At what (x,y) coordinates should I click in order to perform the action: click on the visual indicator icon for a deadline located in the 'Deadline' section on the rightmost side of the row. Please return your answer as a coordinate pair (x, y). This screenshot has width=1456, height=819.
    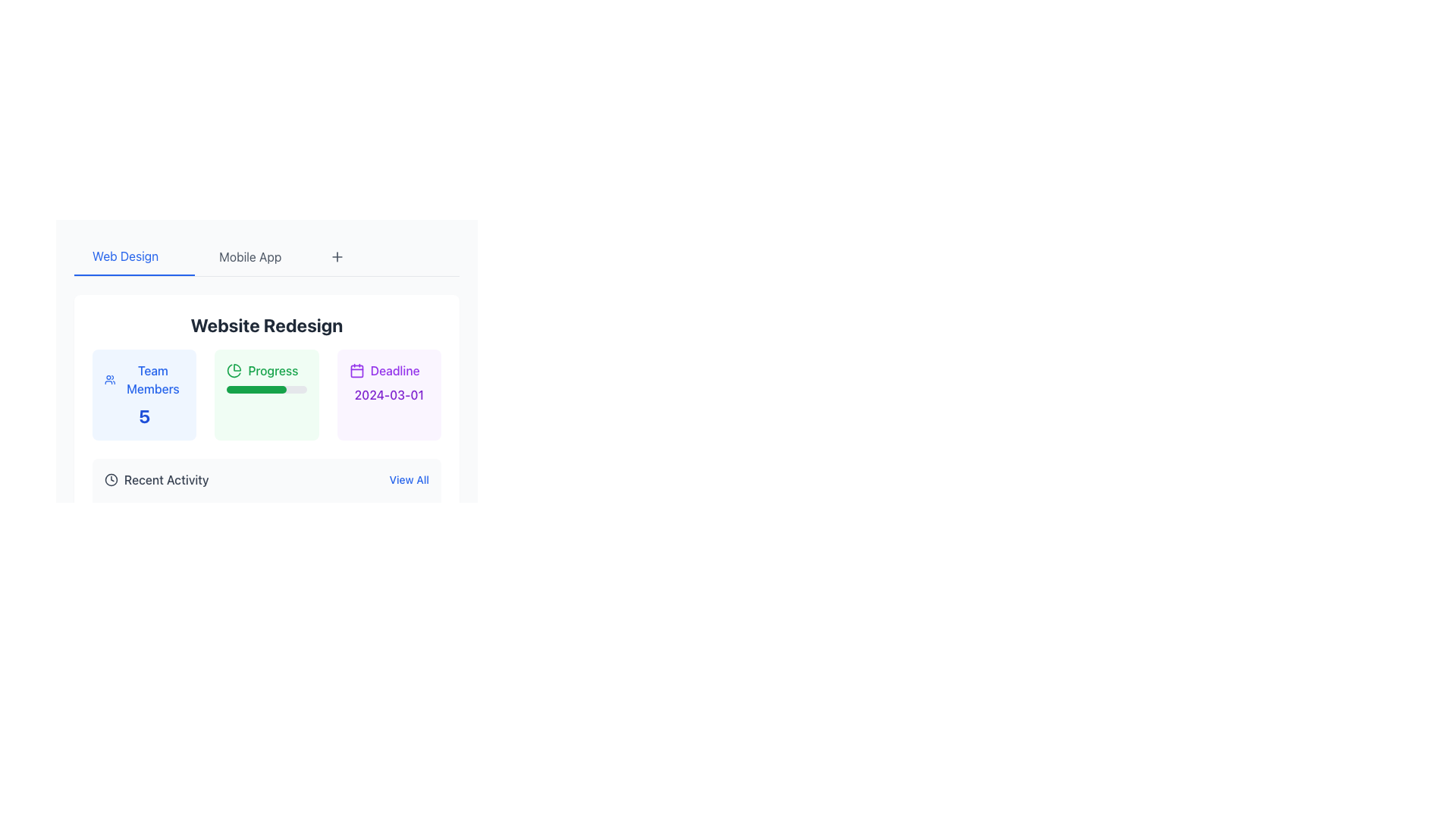
    Looking at the image, I should click on (356, 371).